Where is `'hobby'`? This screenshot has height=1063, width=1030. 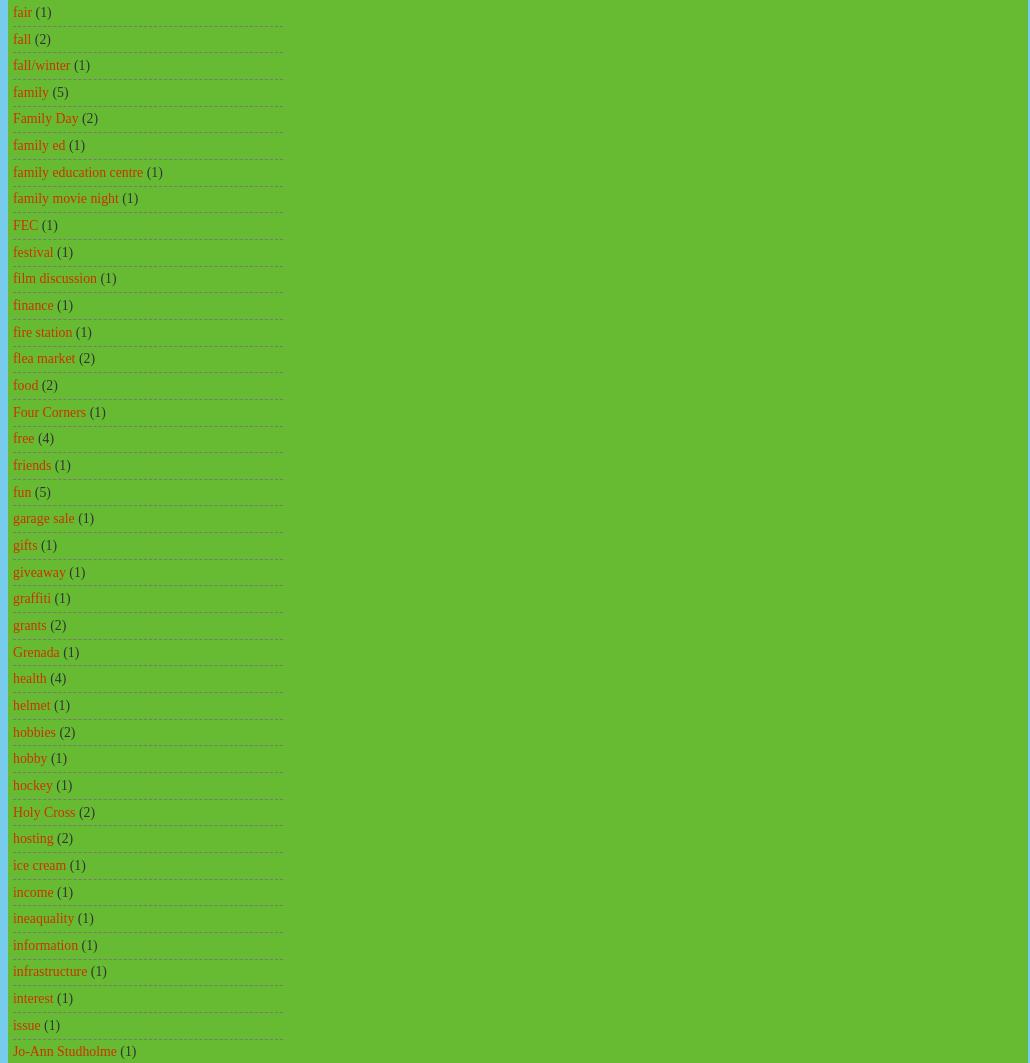
'hobby' is located at coordinates (29, 757).